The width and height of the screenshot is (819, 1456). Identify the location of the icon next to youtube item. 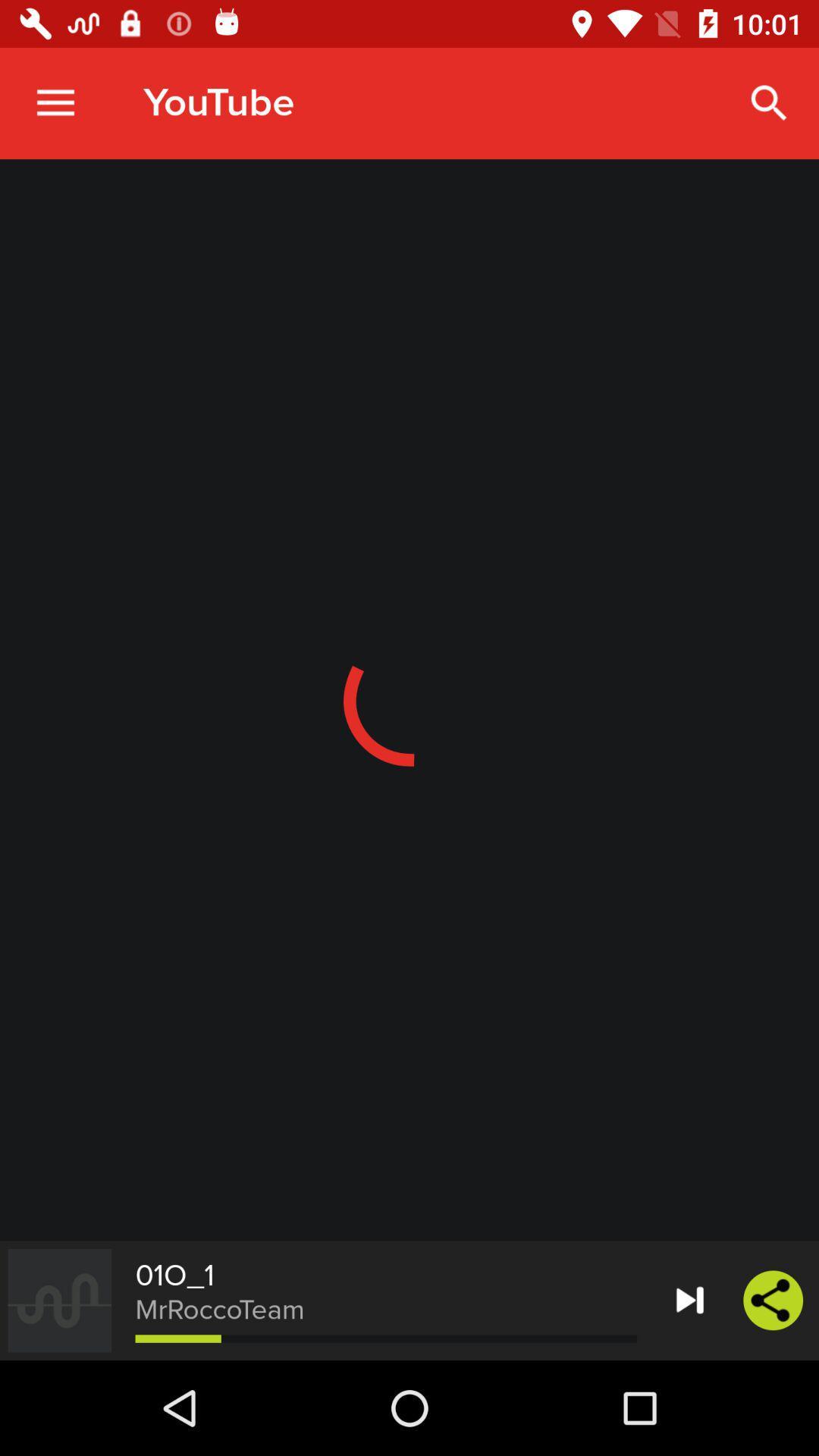
(55, 102).